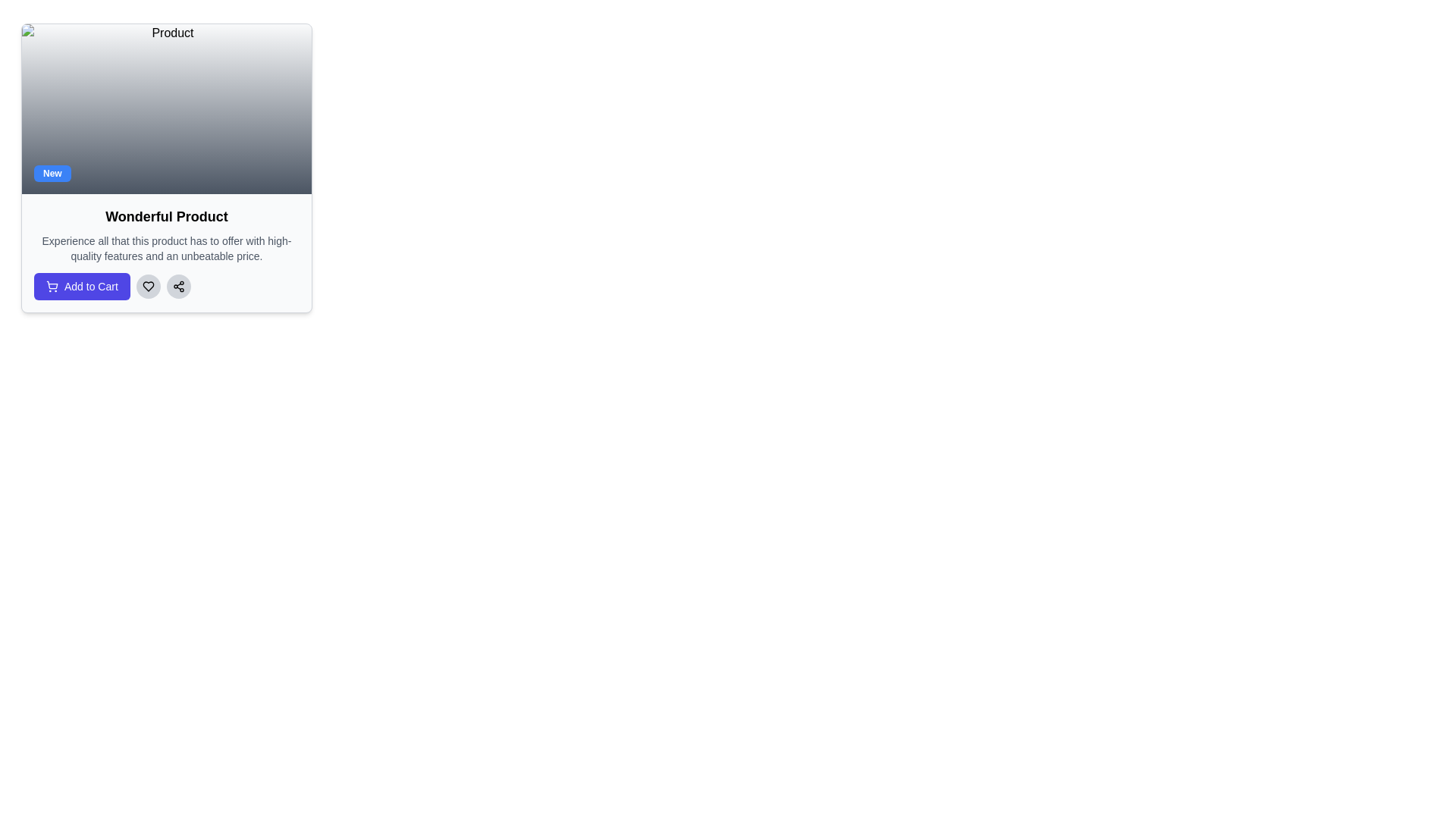 Image resolution: width=1456 pixels, height=819 pixels. What do you see at coordinates (52, 171) in the screenshot?
I see `the newly added or featured label located at the bottom-left corner of the image section of the product card` at bounding box center [52, 171].